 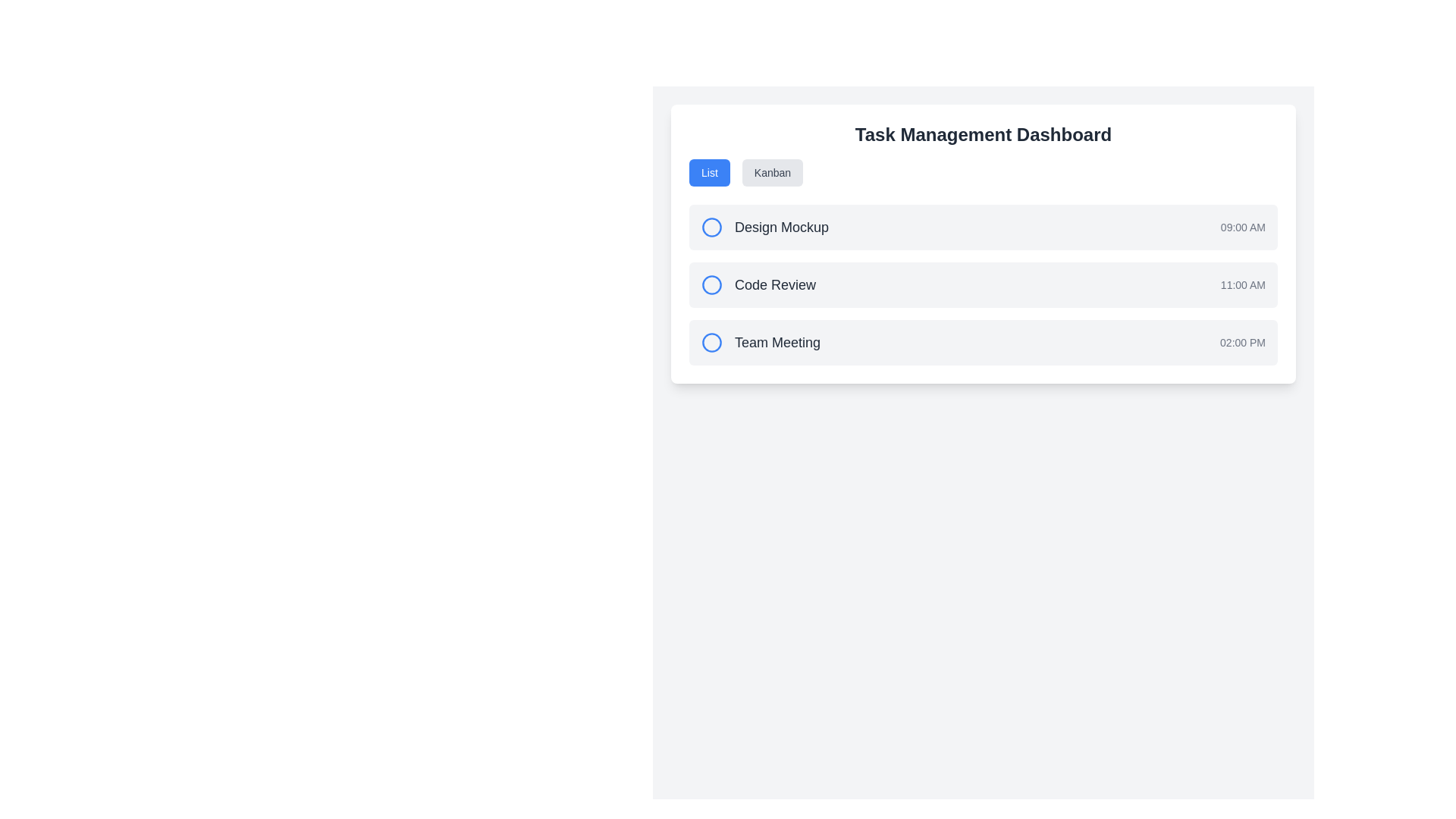 What do you see at coordinates (711, 284) in the screenshot?
I see `the circular icon with a blue outline located to the immediate left of the text 'Code Review' in the second row of the task management interface` at bounding box center [711, 284].